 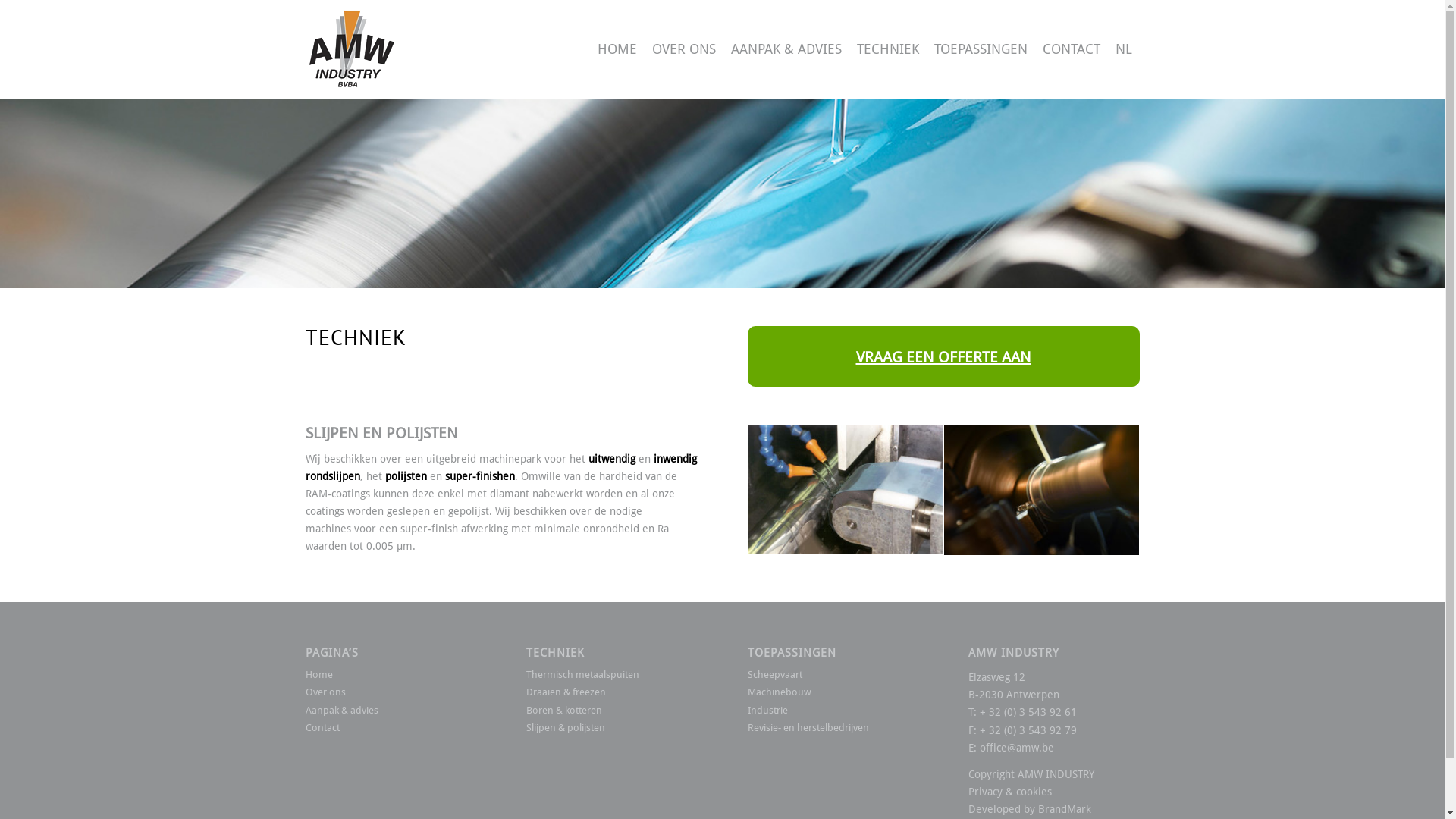 I want to click on 'BrandMark', so click(x=1063, y=808).